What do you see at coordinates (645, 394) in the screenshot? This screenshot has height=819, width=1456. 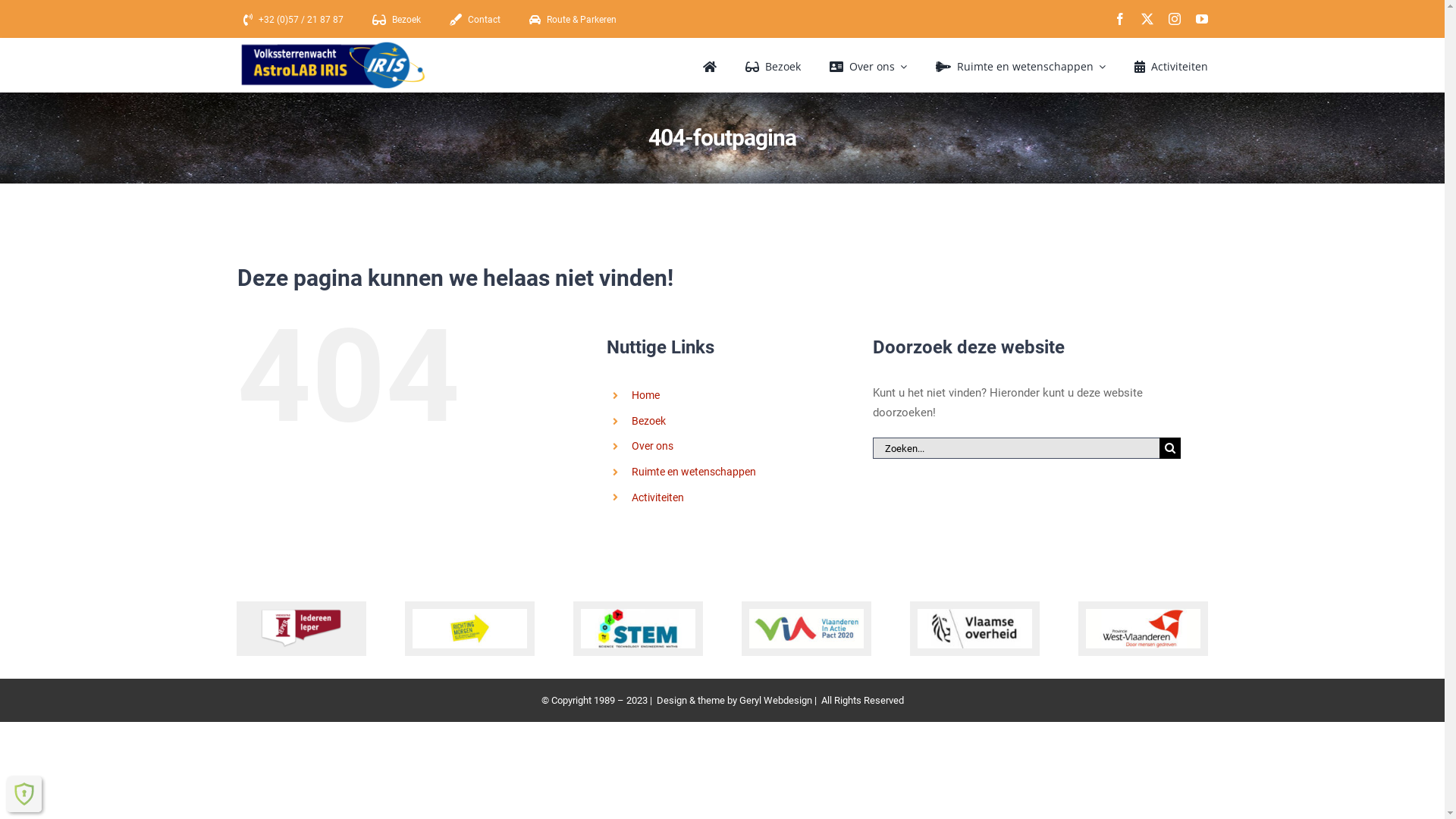 I see `'Home'` at bounding box center [645, 394].